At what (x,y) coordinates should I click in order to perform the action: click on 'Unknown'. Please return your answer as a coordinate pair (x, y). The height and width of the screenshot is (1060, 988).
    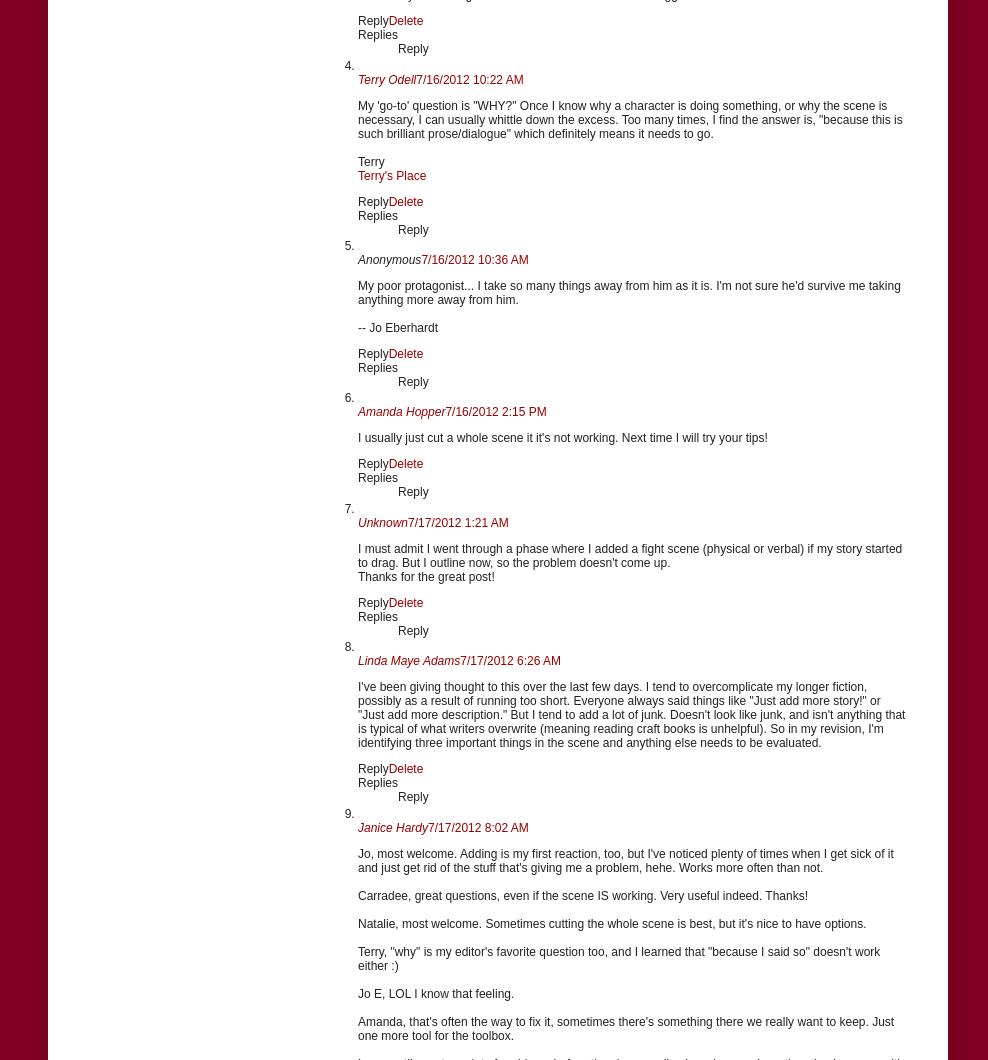
    Looking at the image, I should click on (382, 521).